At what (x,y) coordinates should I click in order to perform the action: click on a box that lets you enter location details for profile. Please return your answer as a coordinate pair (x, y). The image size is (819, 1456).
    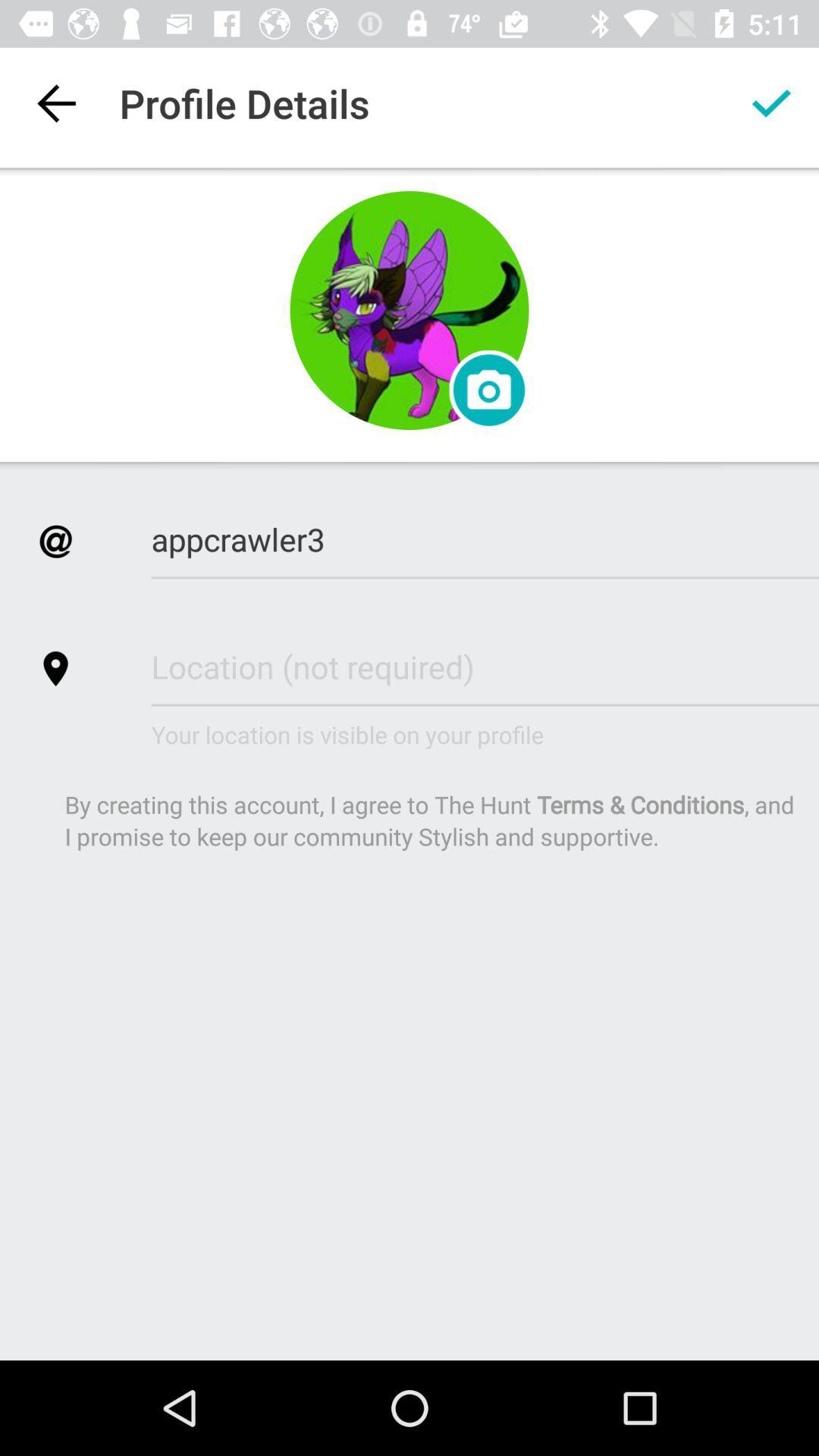
    Looking at the image, I should click on (485, 666).